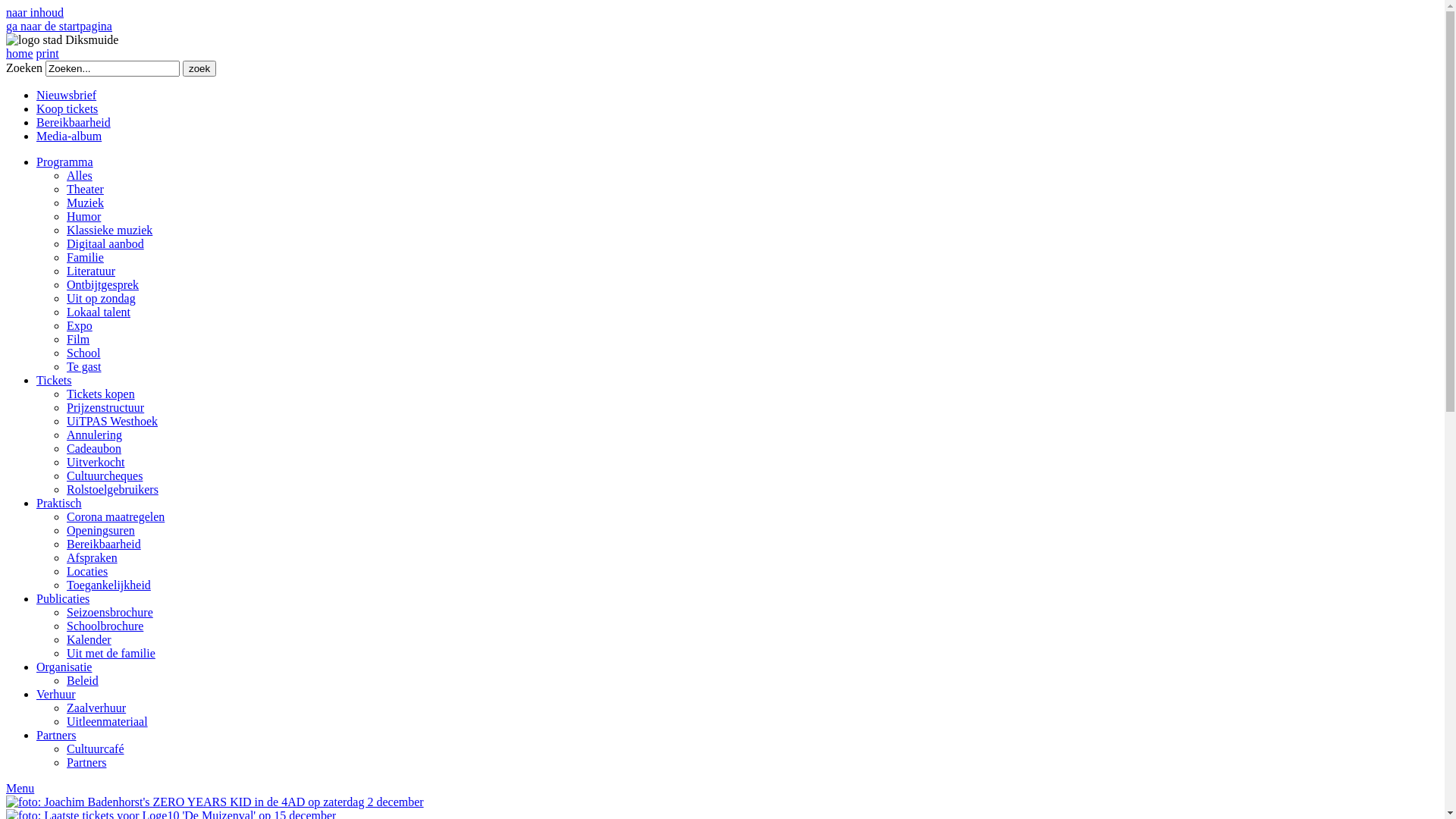 The width and height of the screenshot is (1456, 819). Describe the element at coordinates (100, 393) in the screenshot. I see `'Tickets kopen'` at that location.